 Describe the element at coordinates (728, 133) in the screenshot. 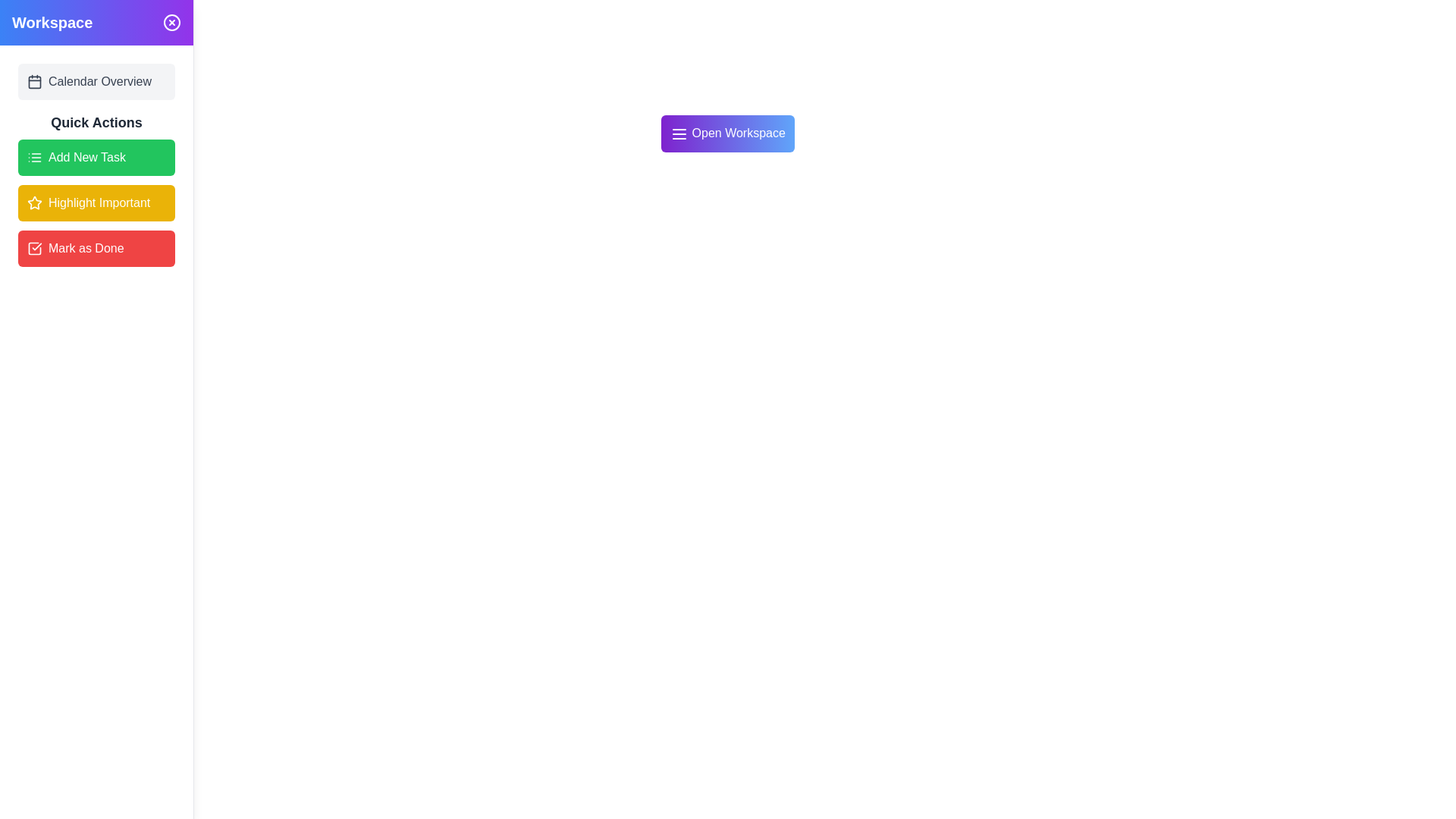

I see `the 'Open Workspace' button, which has a gradient background from deep purple to light blue and contains white text with a menu icon on the left, to potentially reveal additional effects` at that location.